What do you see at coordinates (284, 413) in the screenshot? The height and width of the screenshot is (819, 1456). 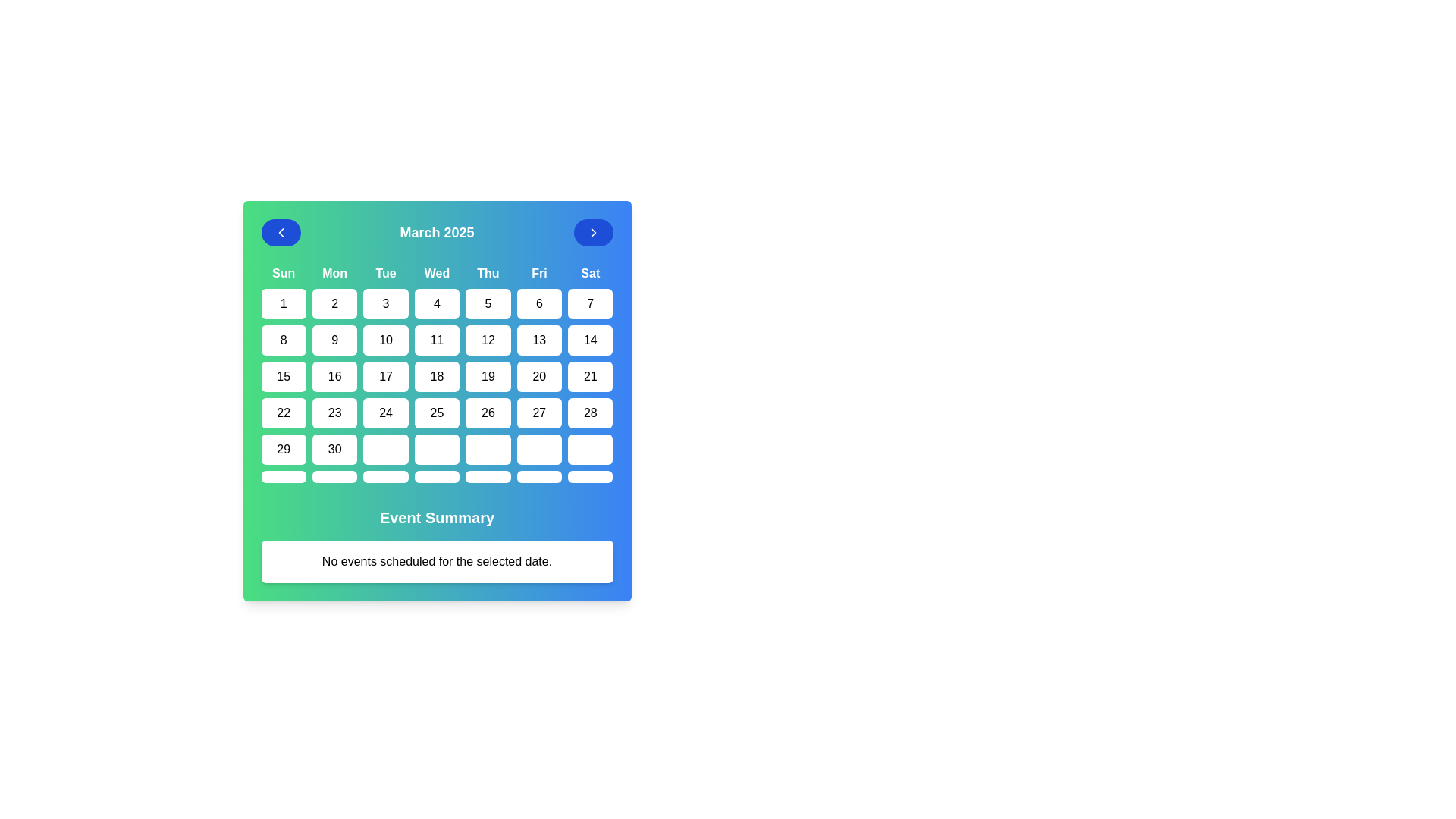 I see `the button representing the 22nd day of the month in the calendar grid layout, located in the fifth row under the 'Sun' header` at bounding box center [284, 413].